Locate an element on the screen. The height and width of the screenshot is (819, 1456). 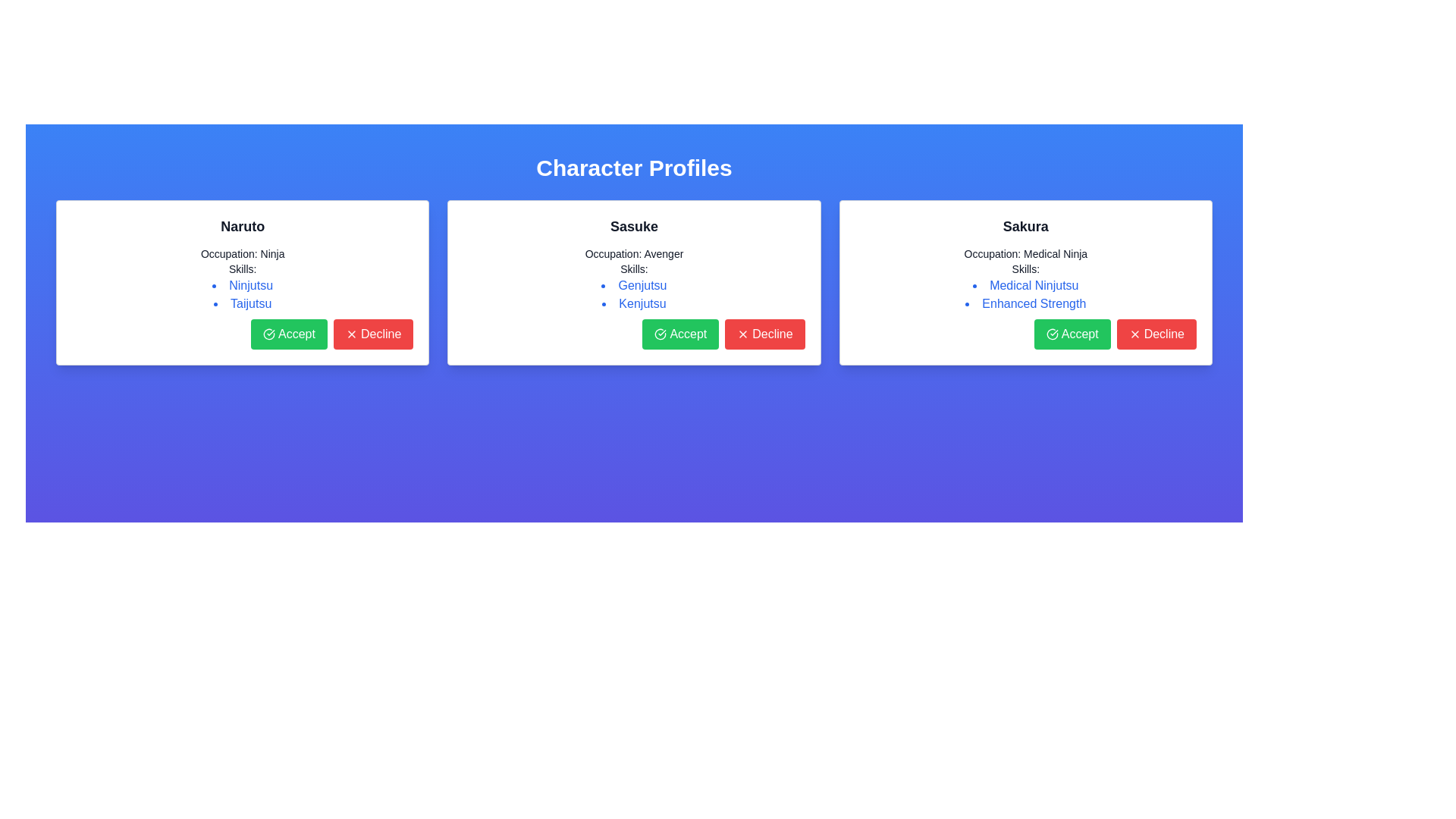
the text element displaying the name 'Sasuke', which serves as a title for the associated profile card, located in the upper part of the middle panel is located at coordinates (634, 227).